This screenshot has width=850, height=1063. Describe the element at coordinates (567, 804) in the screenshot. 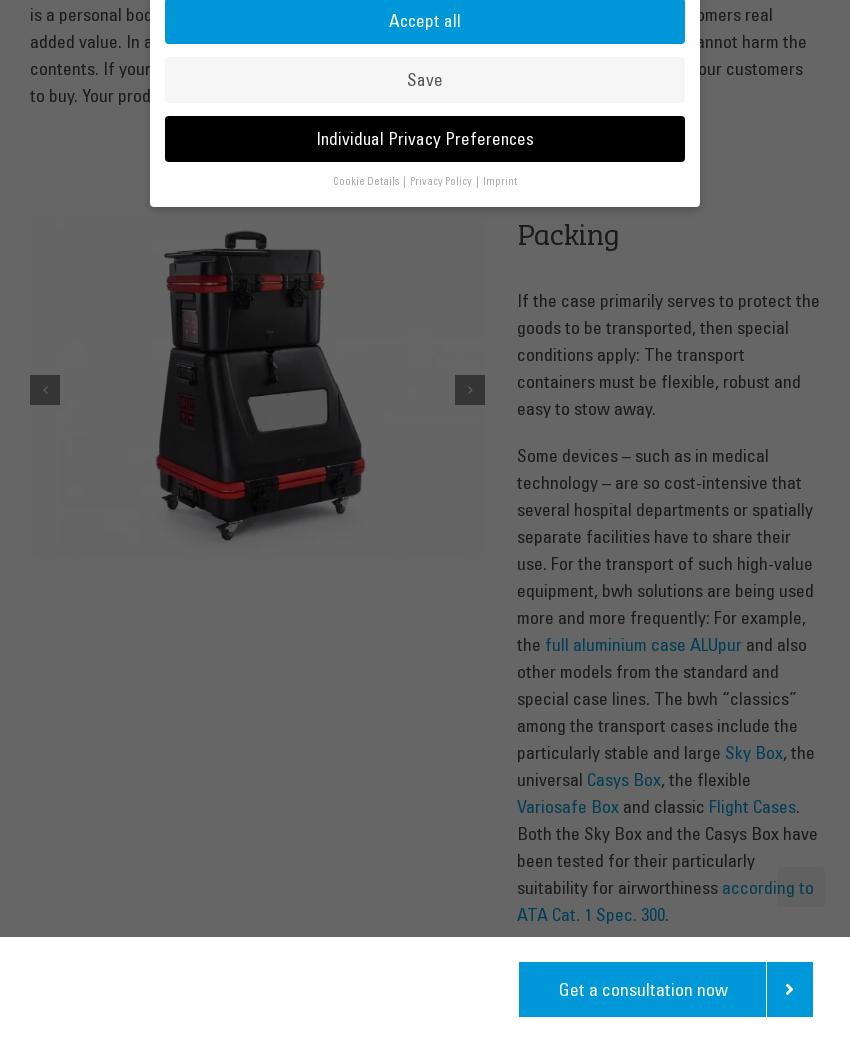

I see `'Variosafe Box'` at that location.